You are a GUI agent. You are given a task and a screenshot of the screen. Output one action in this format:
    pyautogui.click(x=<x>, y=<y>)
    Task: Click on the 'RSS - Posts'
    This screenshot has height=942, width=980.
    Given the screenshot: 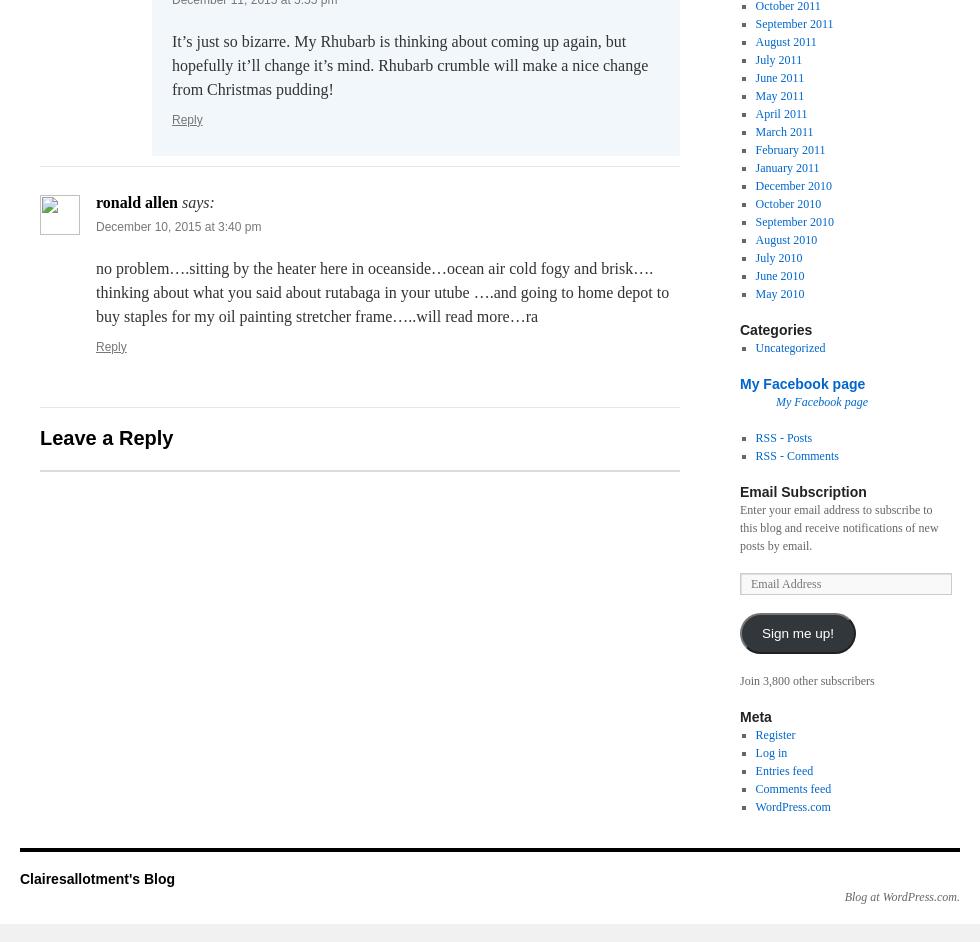 What is the action you would take?
    pyautogui.click(x=783, y=437)
    